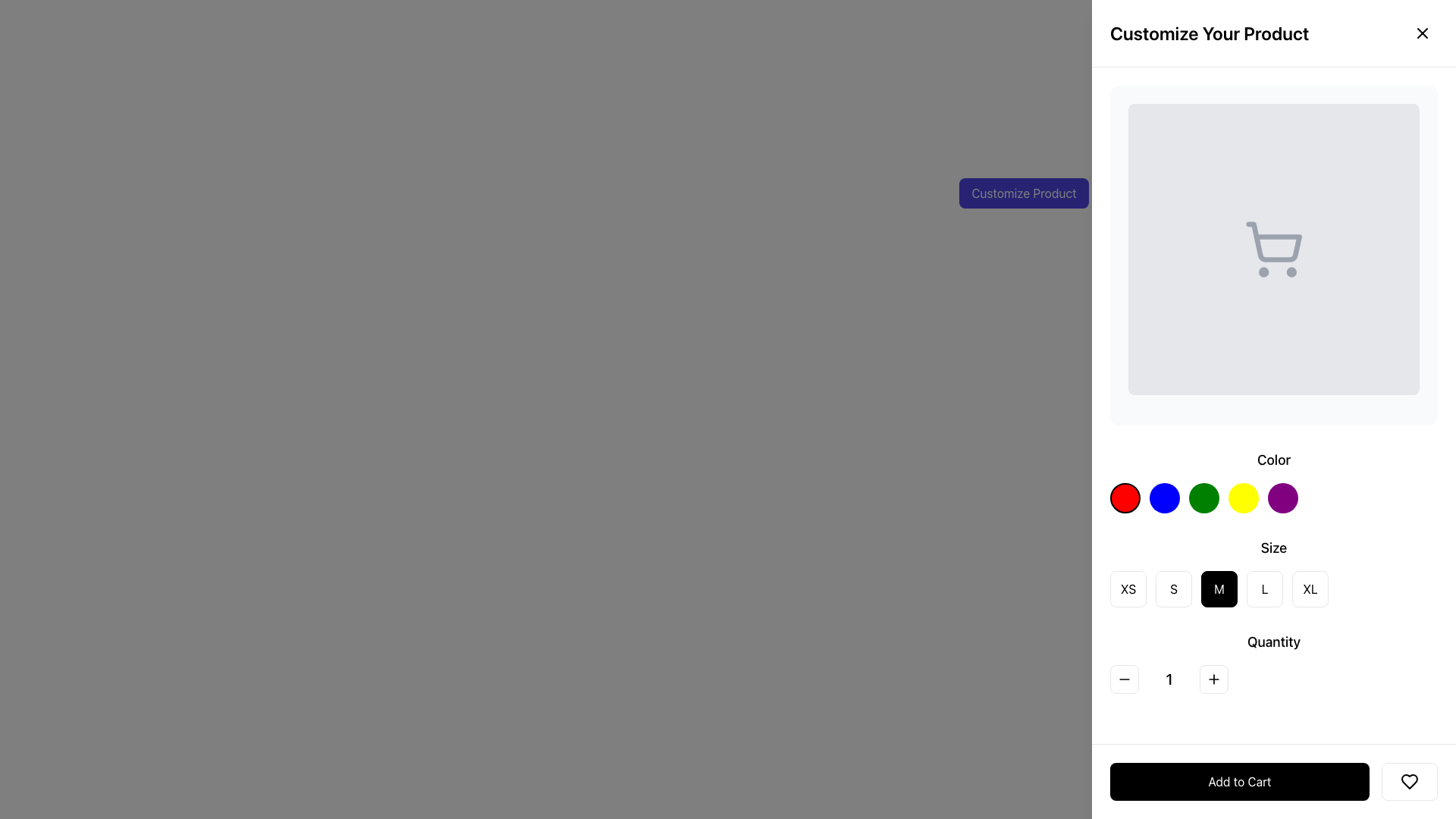 The height and width of the screenshot is (819, 1456). What do you see at coordinates (1168, 678) in the screenshot?
I see `the text display showing the numeric value '1' which is bold and centralized, located between the decrement and increment buttons in the quantity adjustment row` at bounding box center [1168, 678].